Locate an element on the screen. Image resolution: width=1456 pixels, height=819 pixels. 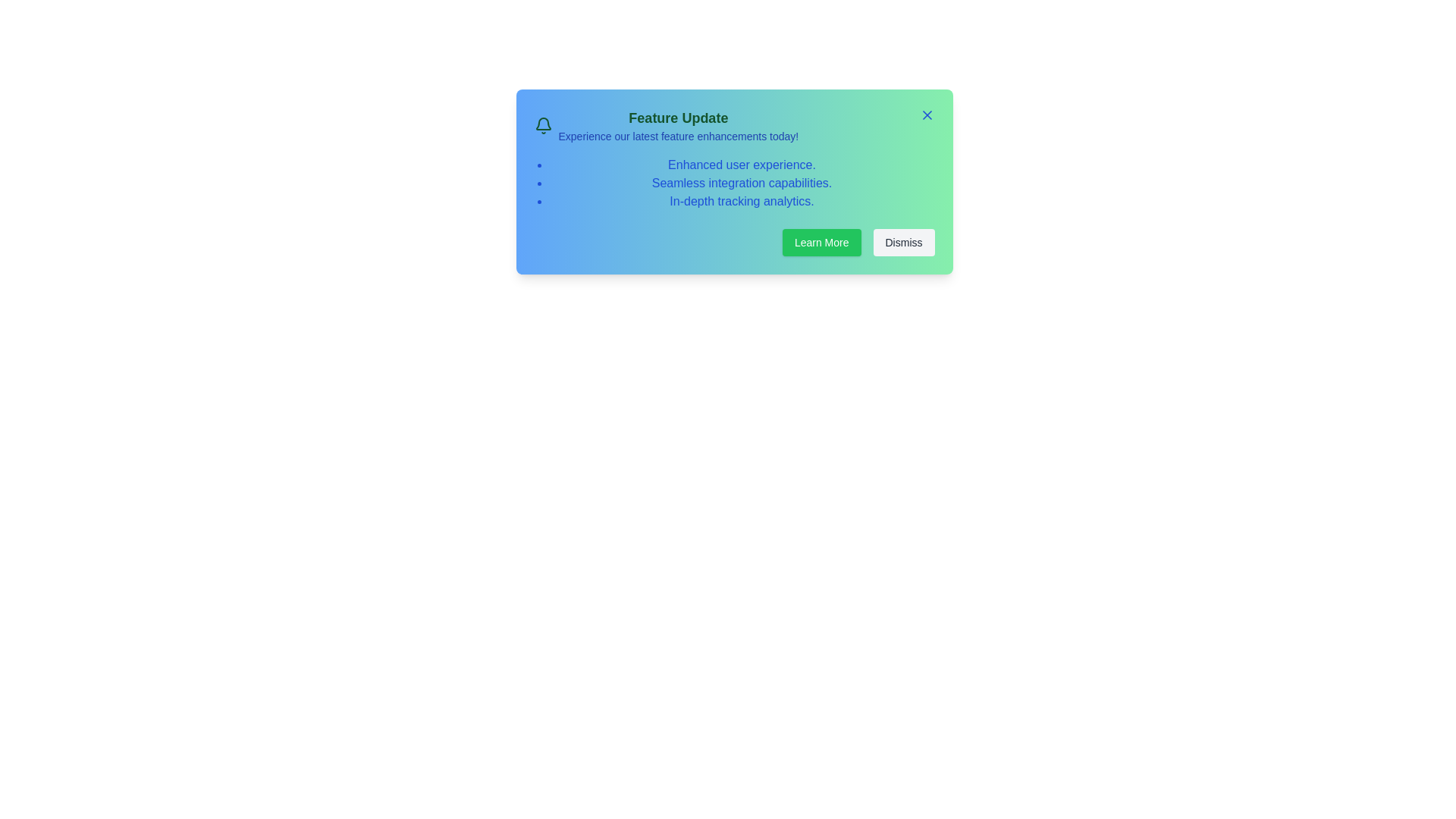
'Dismiss' button to close the alert is located at coordinates (903, 242).